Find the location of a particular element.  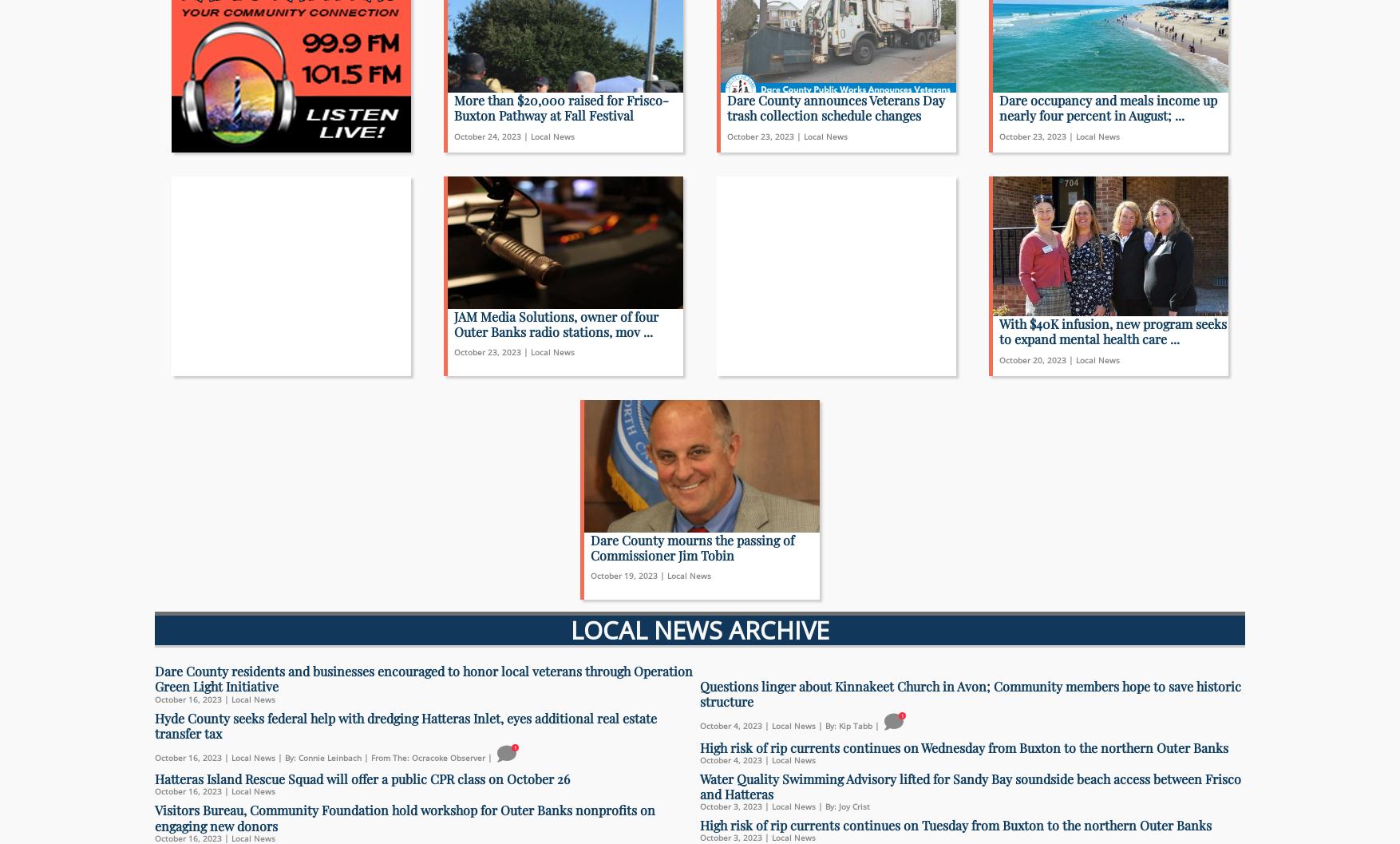

'Ocracoke Observer' is located at coordinates (448, 757).